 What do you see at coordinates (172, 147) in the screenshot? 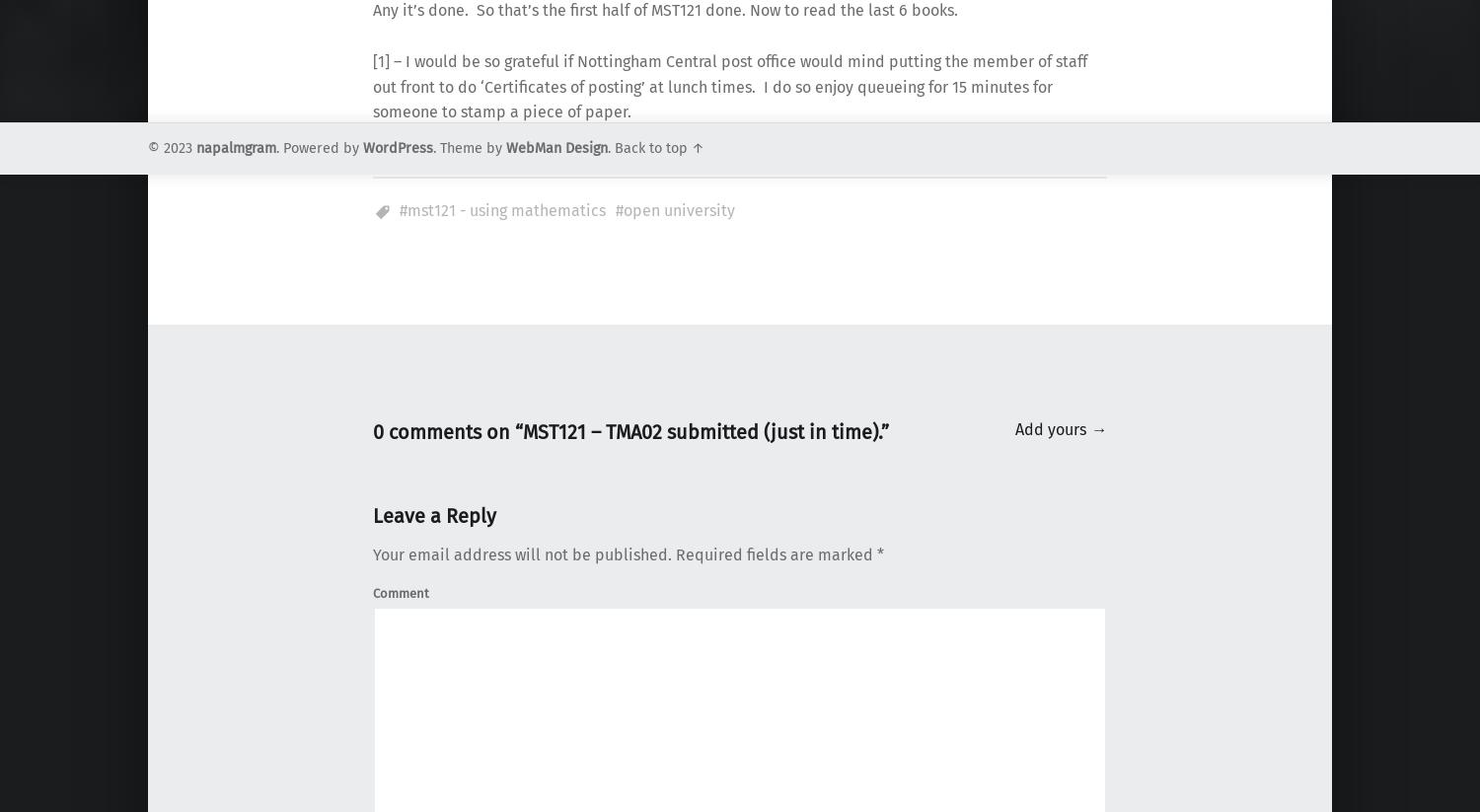
I see `'© 2023'` at bounding box center [172, 147].